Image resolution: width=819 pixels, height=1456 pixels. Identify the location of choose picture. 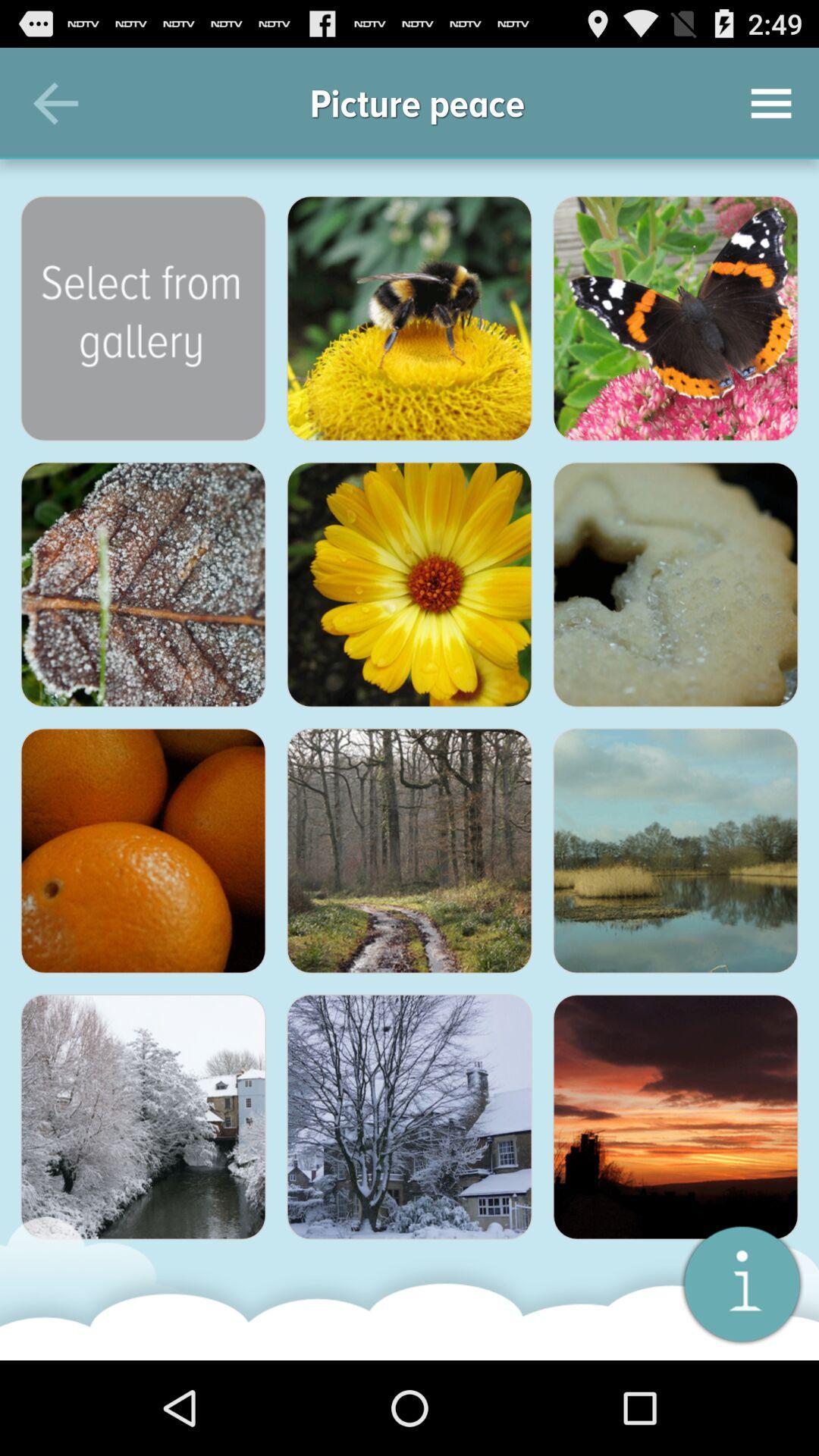
(409, 1117).